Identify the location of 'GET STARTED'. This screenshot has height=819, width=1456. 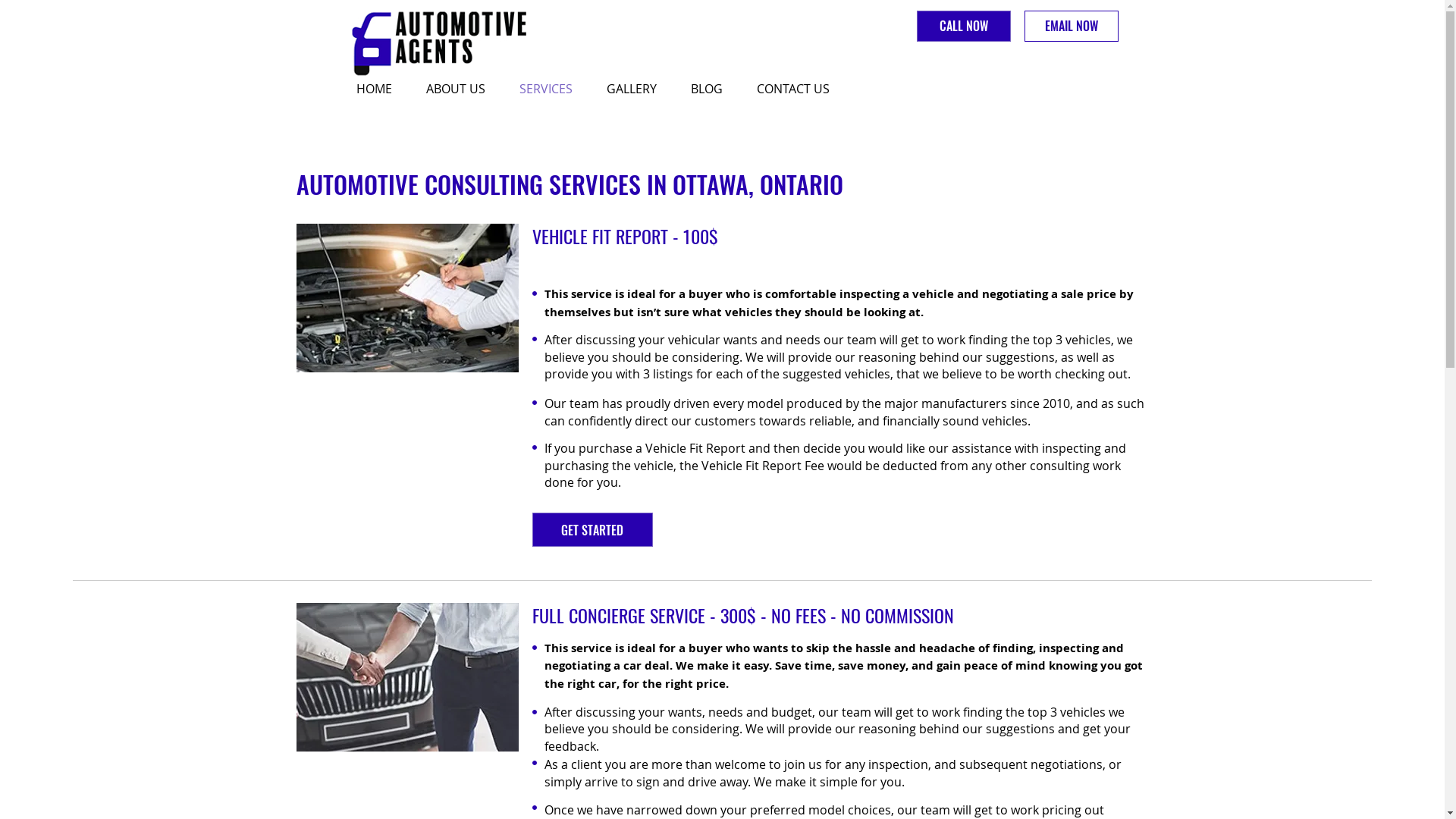
(591, 529).